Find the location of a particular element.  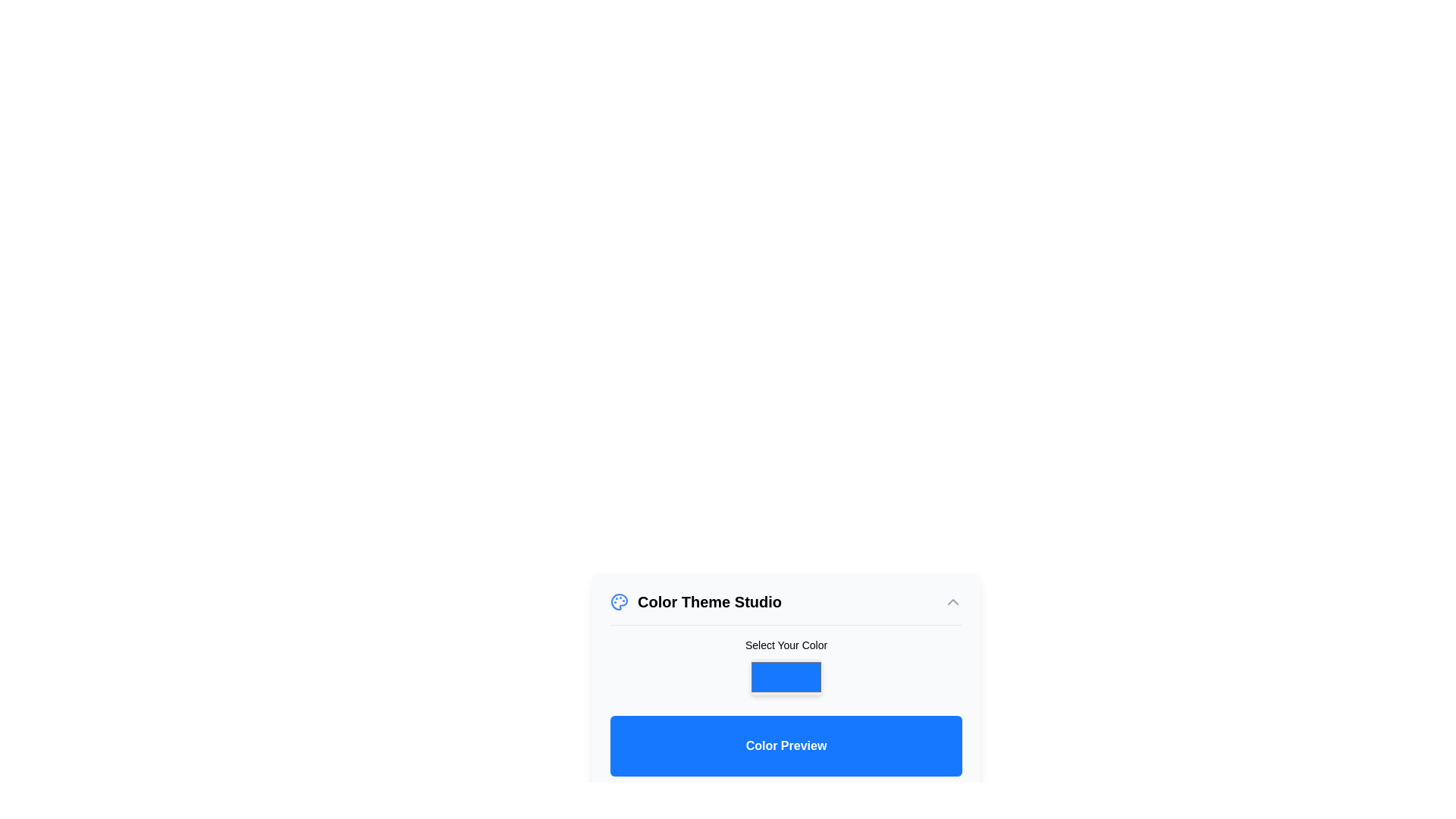

text content of the Text Label that serves as a heading near the painter's palette icon in the interface section is located at coordinates (709, 601).